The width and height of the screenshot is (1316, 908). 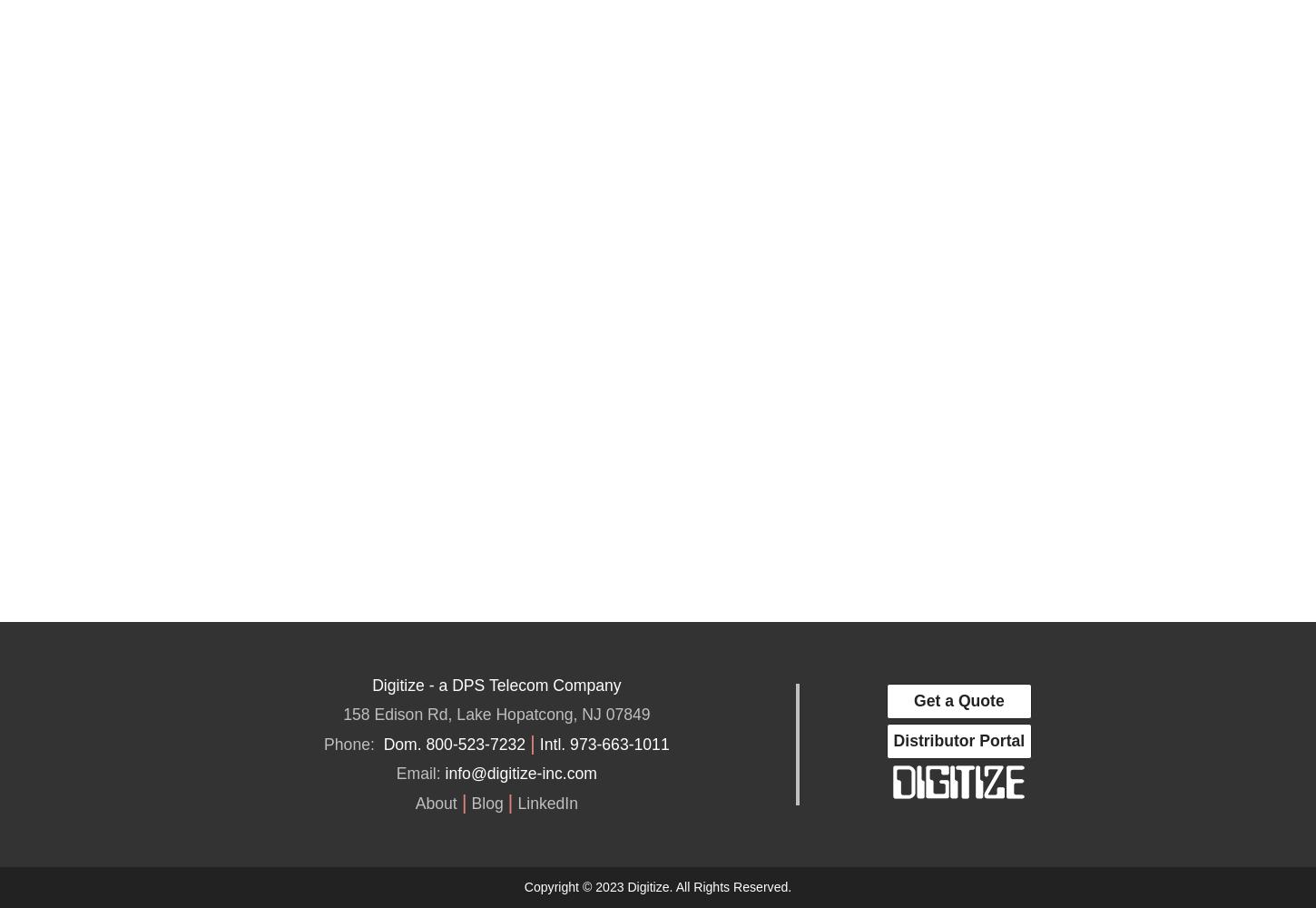 What do you see at coordinates (434, 803) in the screenshot?
I see `'About'` at bounding box center [434, 803].